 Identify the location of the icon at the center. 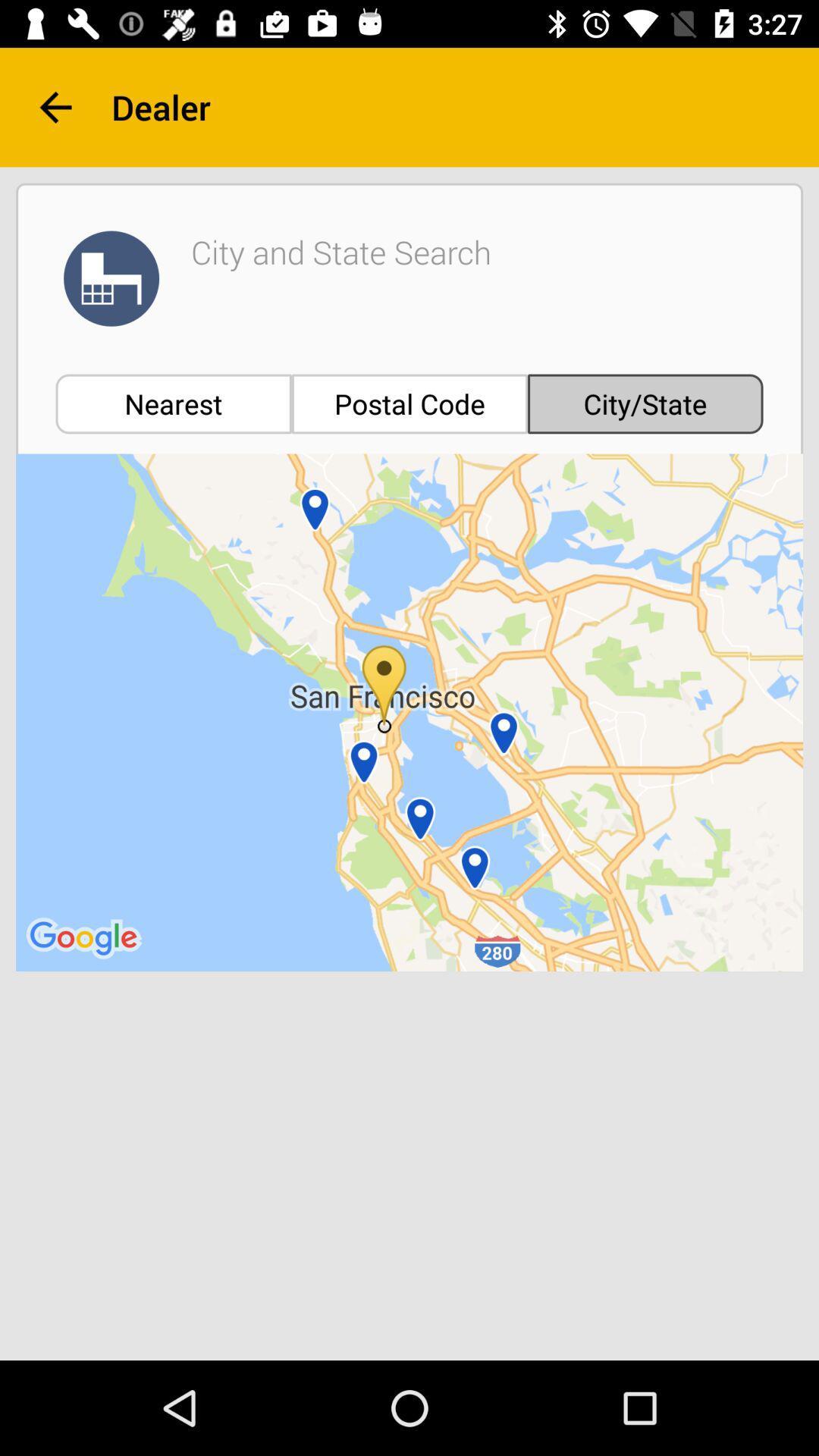
(409, 711).